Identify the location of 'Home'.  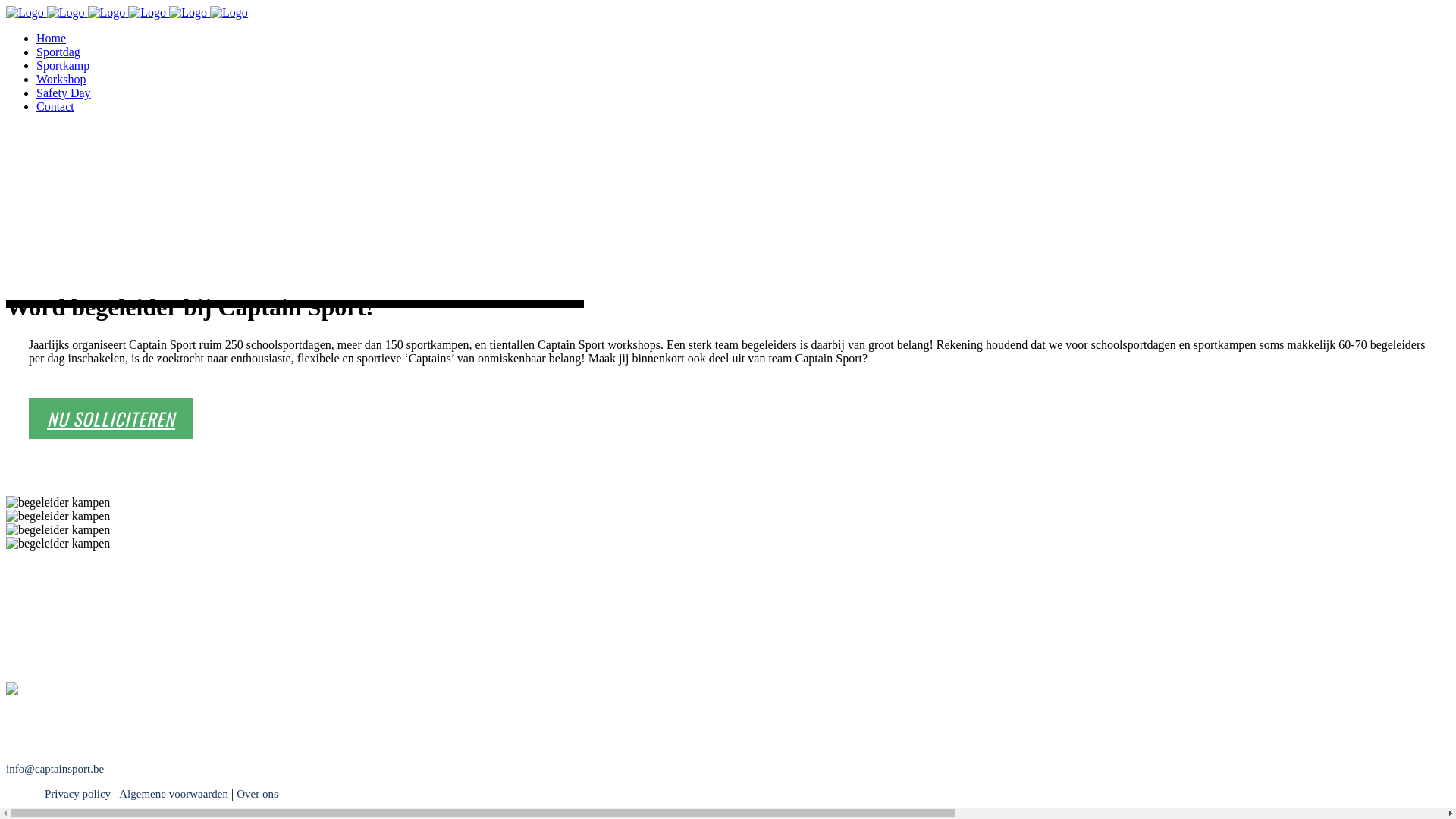
(51, 37).